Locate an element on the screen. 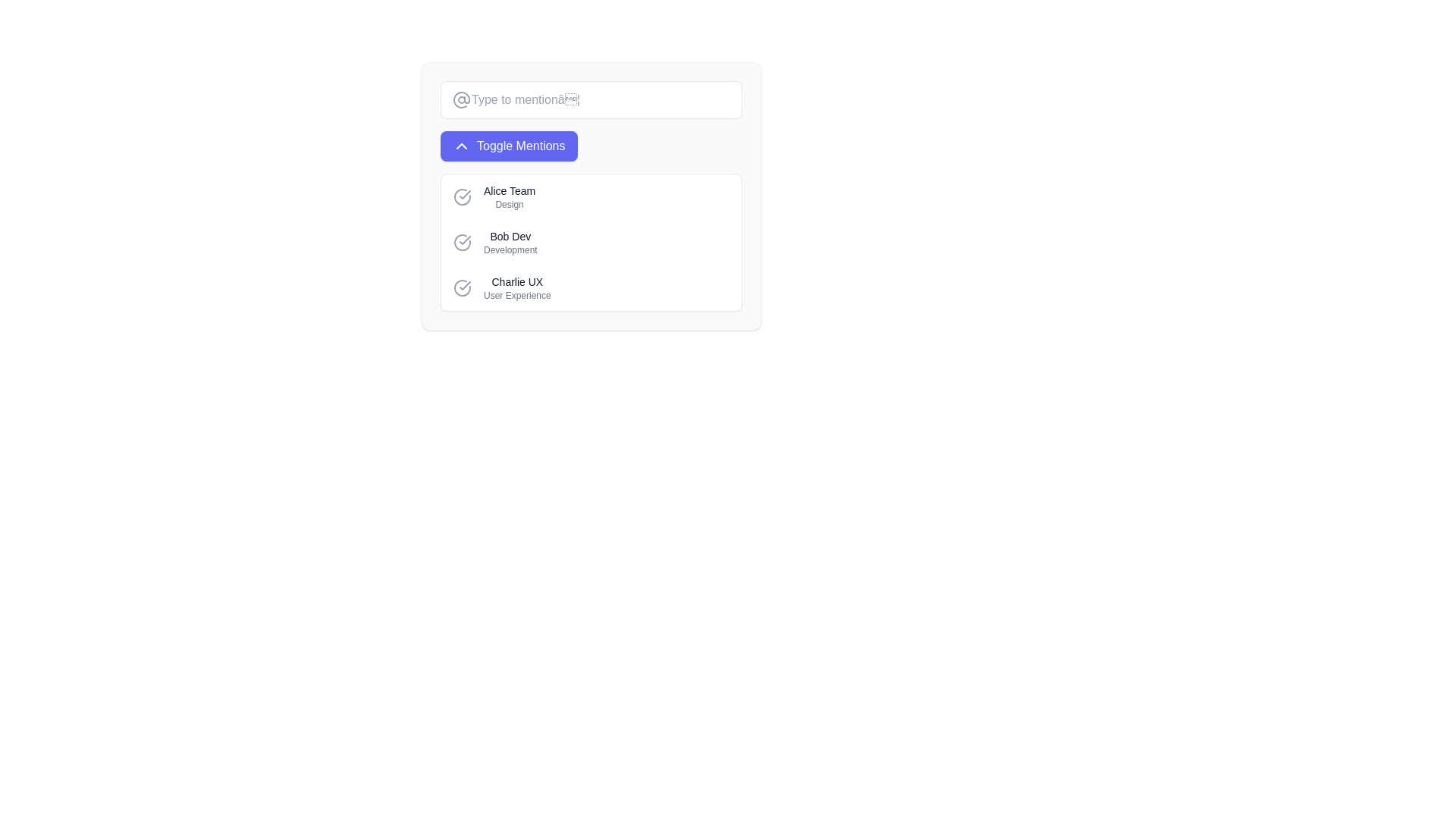 The height and width of the screenshot is (819, 1456). the text label indicating the role or category associated with 'Bob Dev', located beneath the text 'Bob Dev' is located at coordinates (510, 249).